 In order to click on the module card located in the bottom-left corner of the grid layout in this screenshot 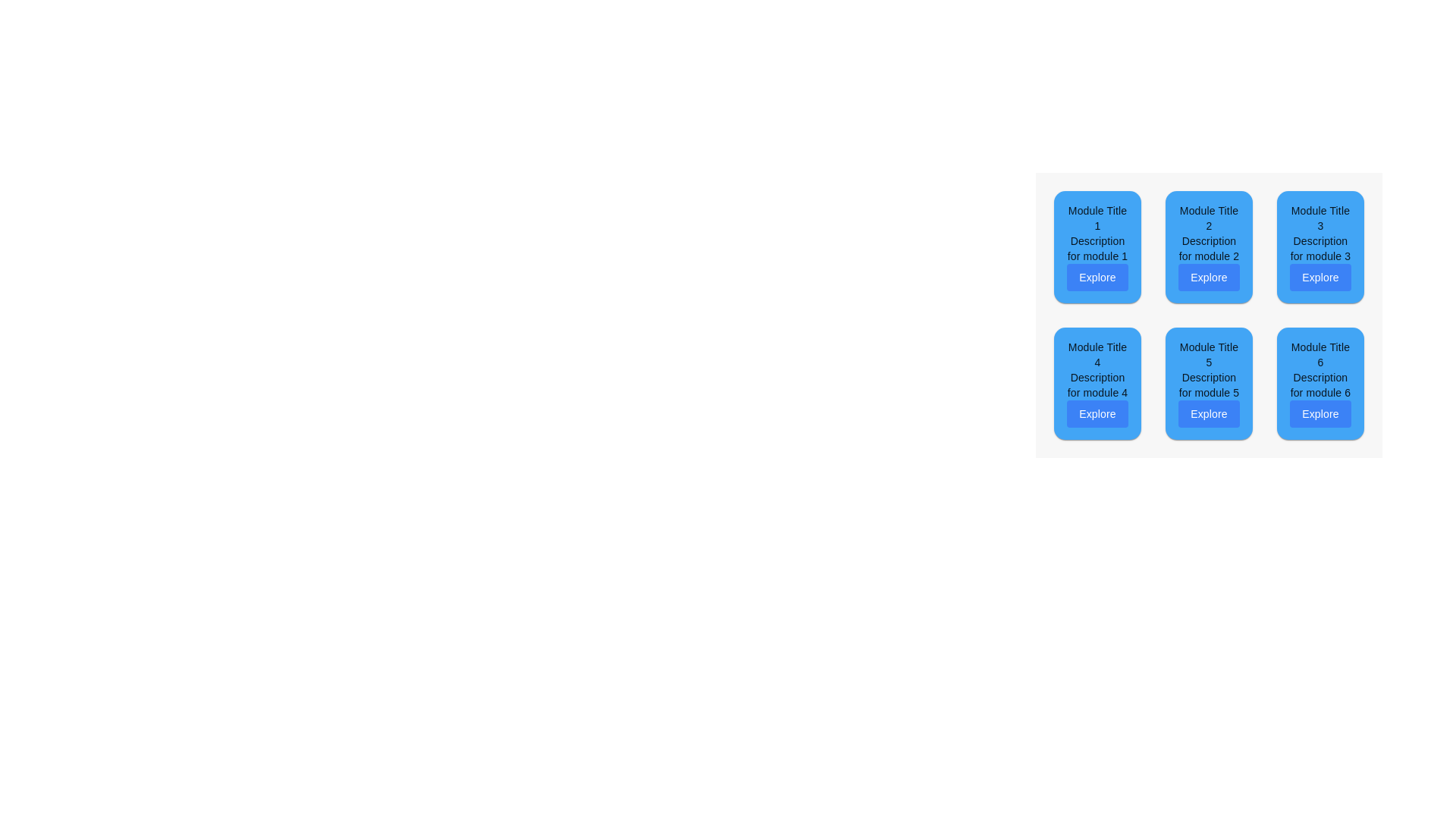, I will do `click(1084, 372)`.